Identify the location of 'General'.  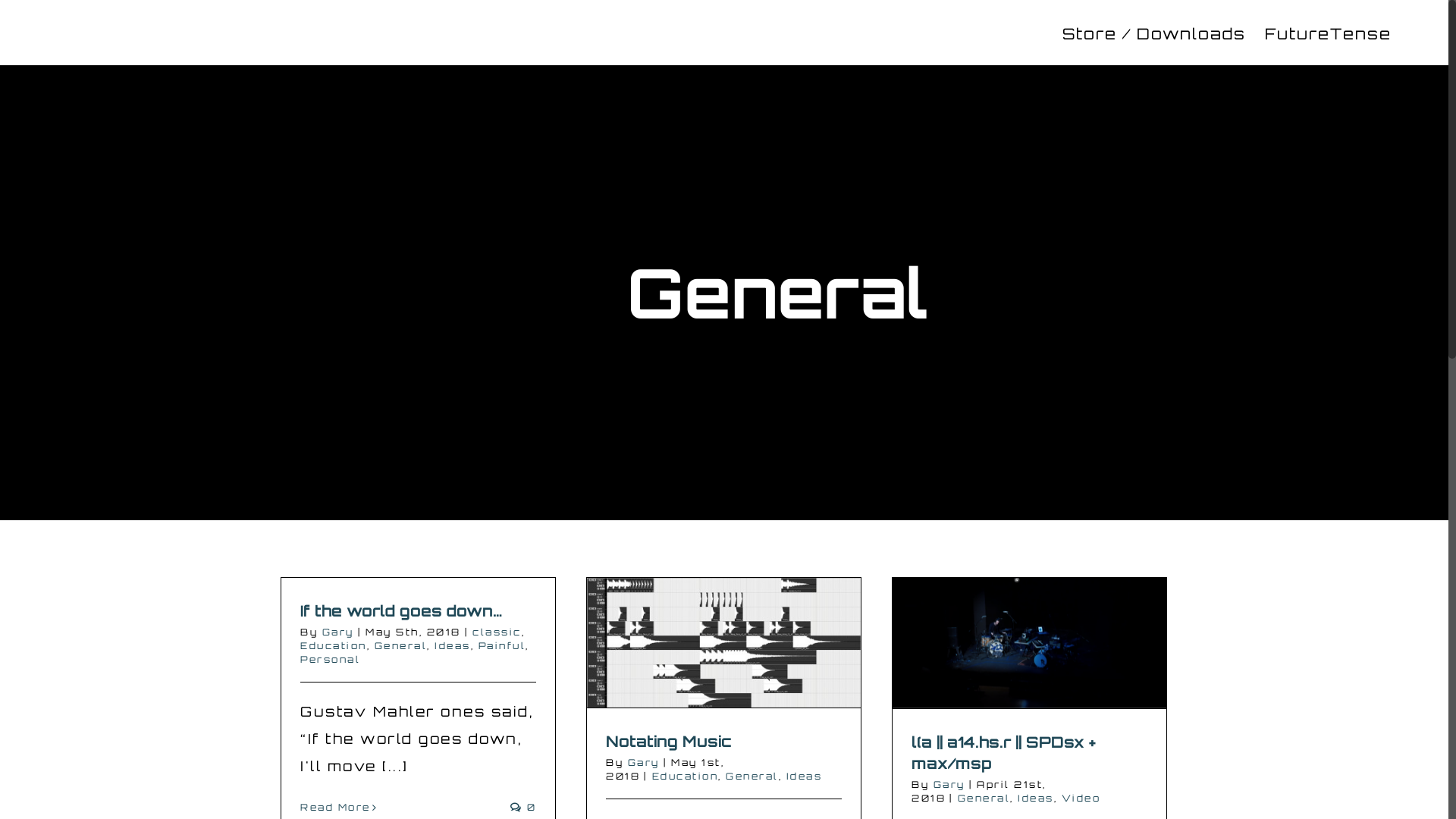
(983, 797).